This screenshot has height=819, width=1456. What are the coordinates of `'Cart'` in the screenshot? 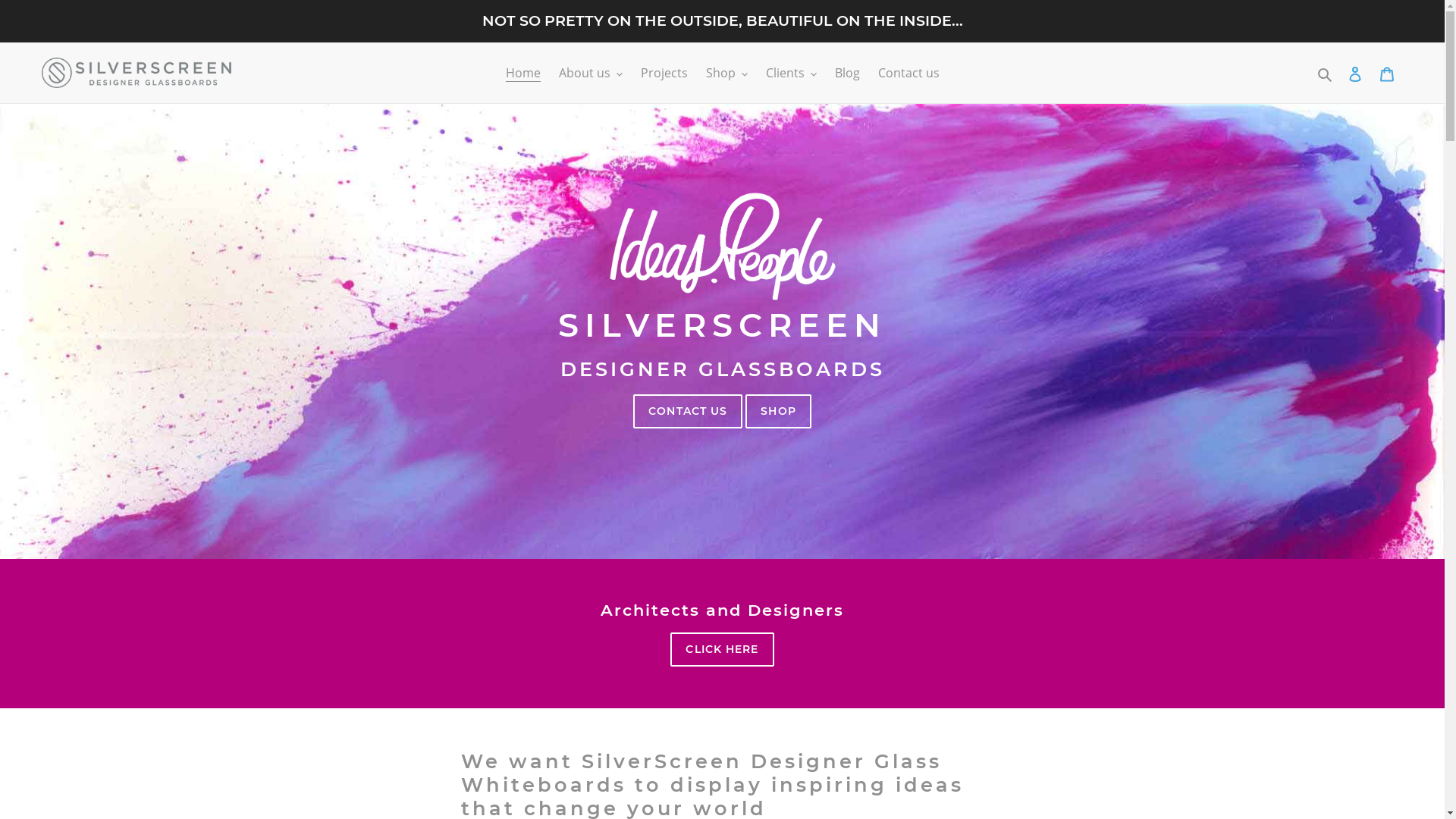 It's located at (1386, 73).